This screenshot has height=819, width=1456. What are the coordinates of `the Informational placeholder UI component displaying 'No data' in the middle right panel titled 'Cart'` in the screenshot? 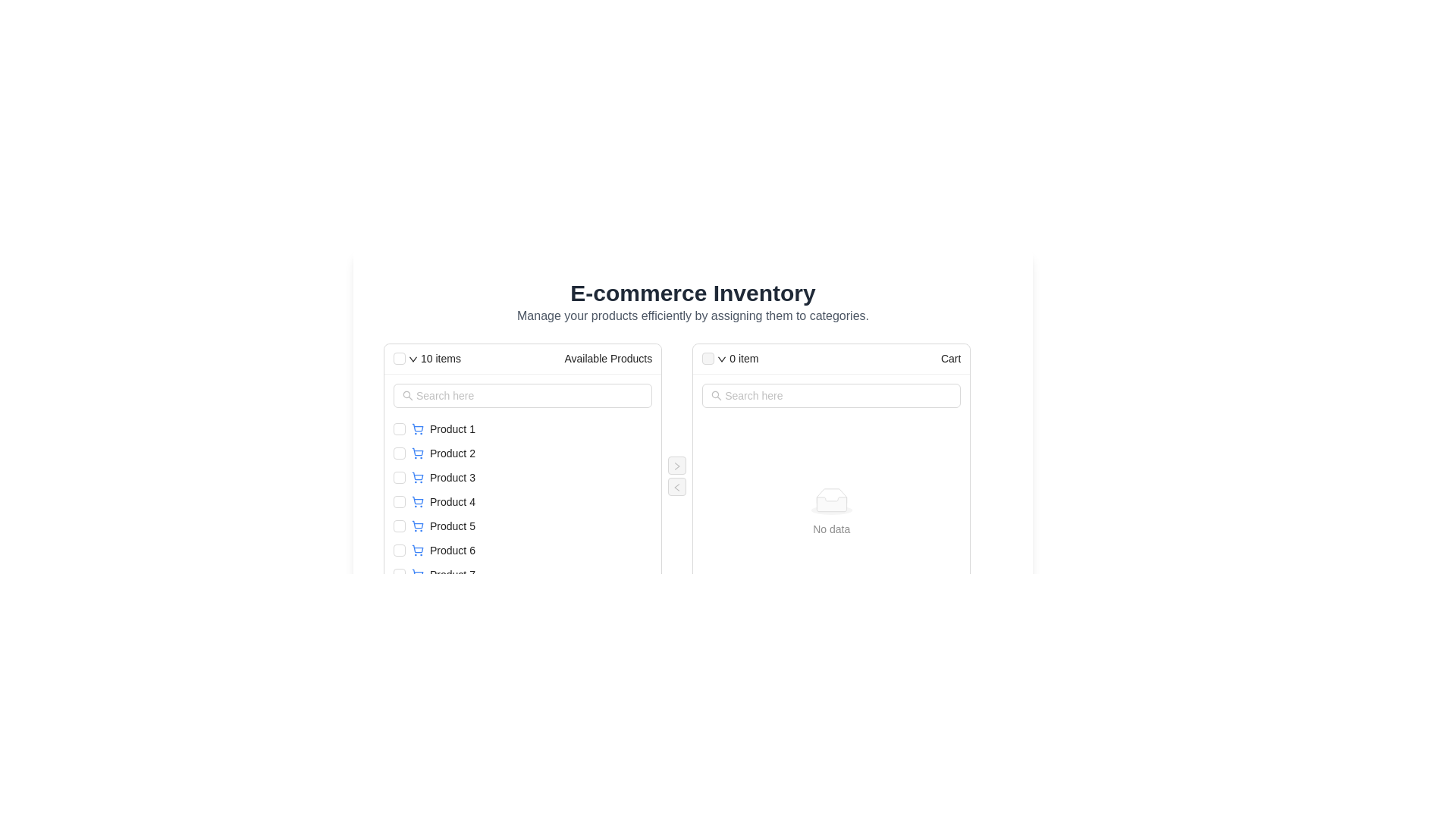 It's located at (830, 512).